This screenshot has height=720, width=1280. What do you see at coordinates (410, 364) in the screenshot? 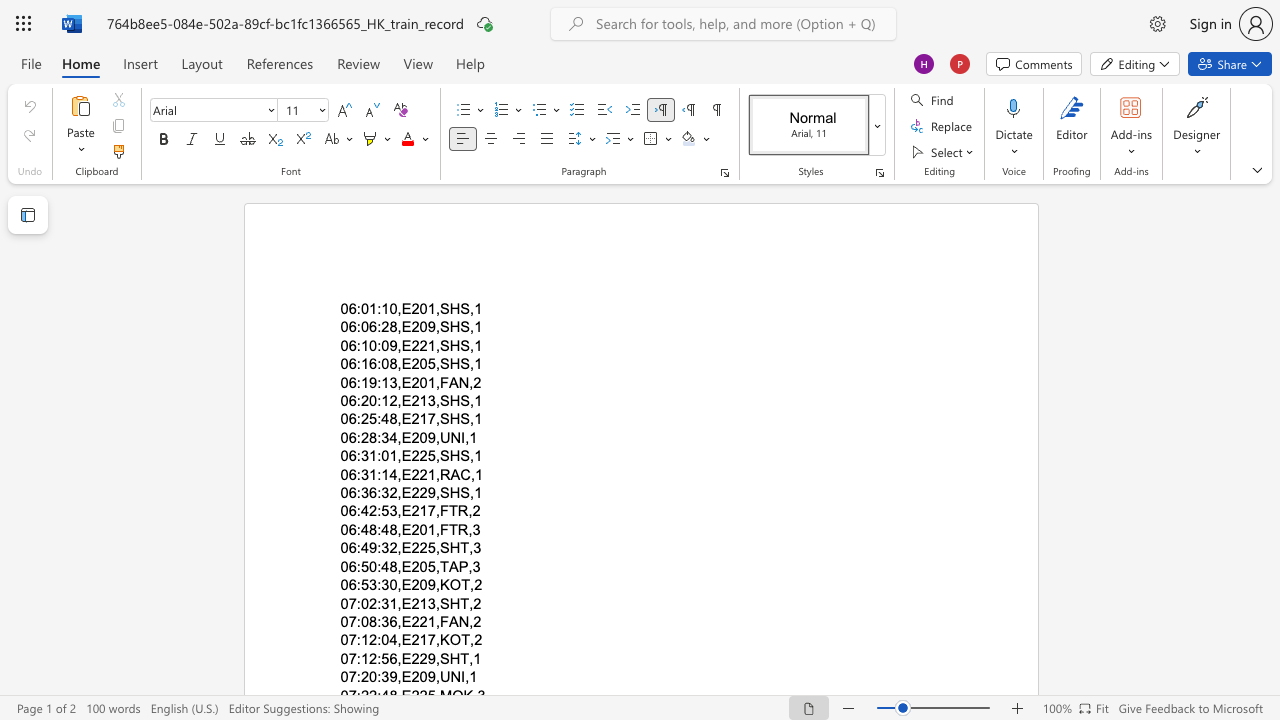
I see `the subset text "205,SHS" within the text "06:16:08,E205,SHS,1"` at bounding box center [410, 364].